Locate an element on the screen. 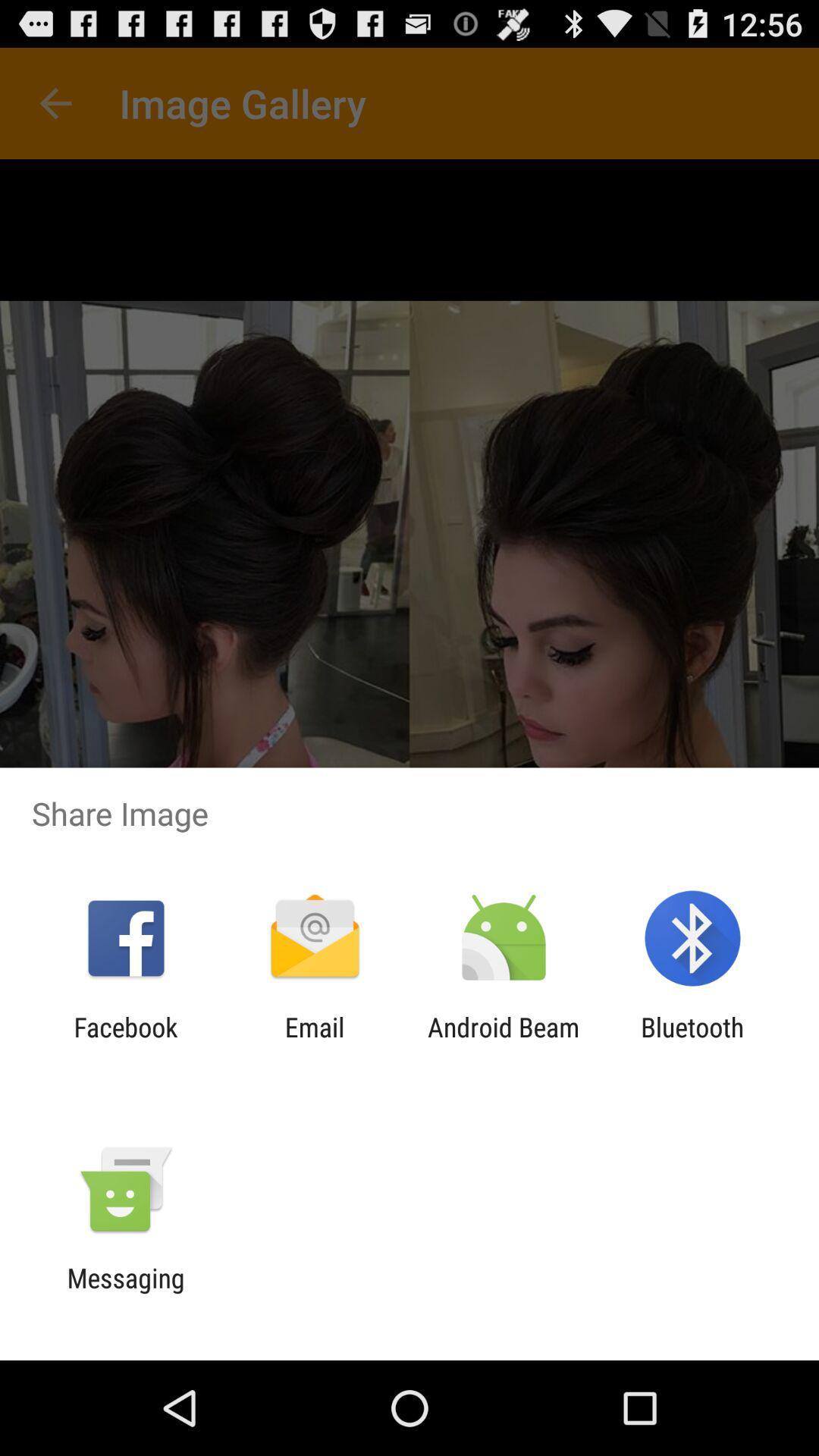 The height and width of the screenshot is (1456, 819). the icon to the right of the android beam is located at coordinates (692, 1042).